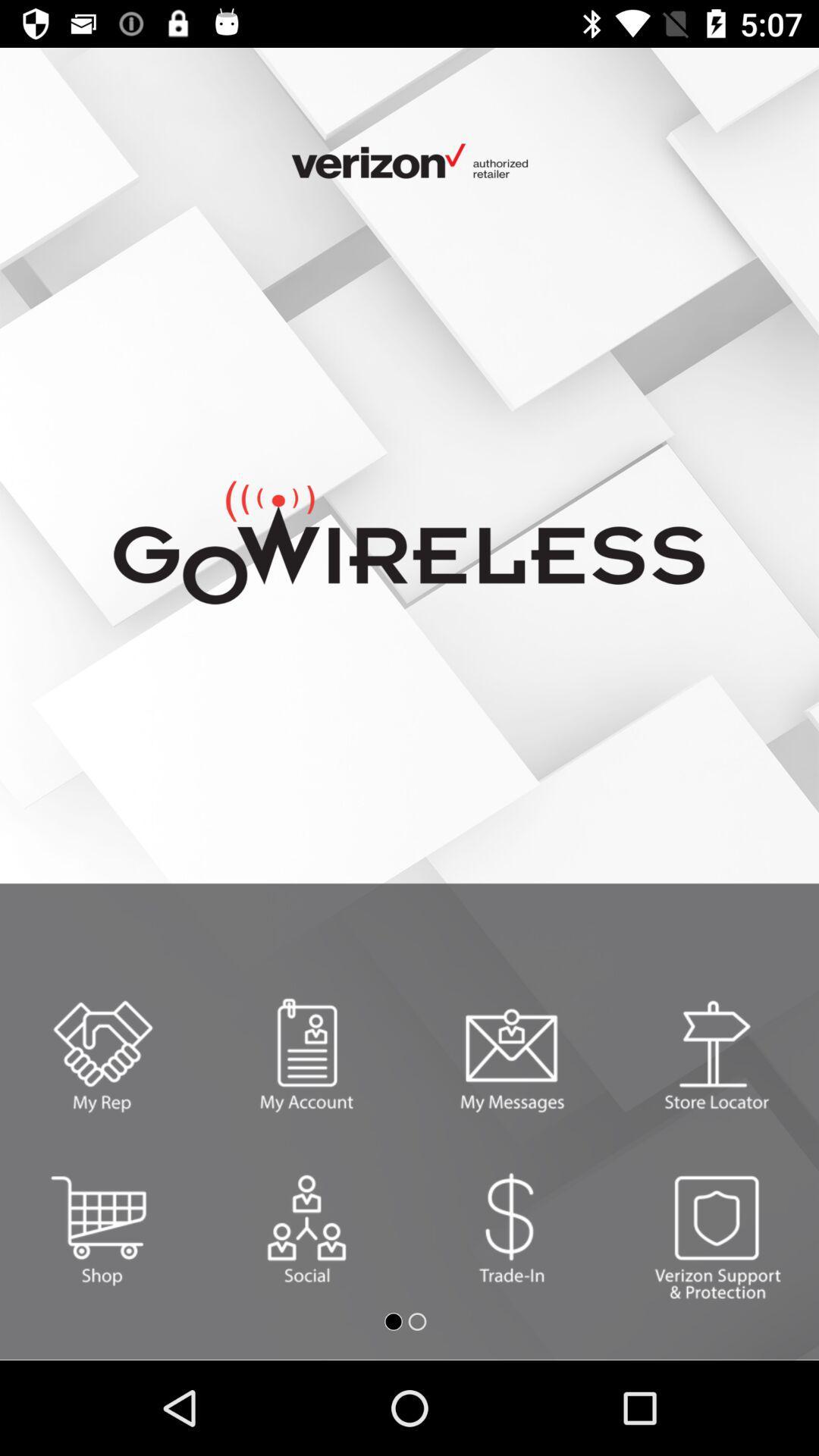 The image size is (819, 1456). What do you see at coordinates (717, 1055) in the screenshot?
I see `select/search for a store` at bounding box center [717, 1055].